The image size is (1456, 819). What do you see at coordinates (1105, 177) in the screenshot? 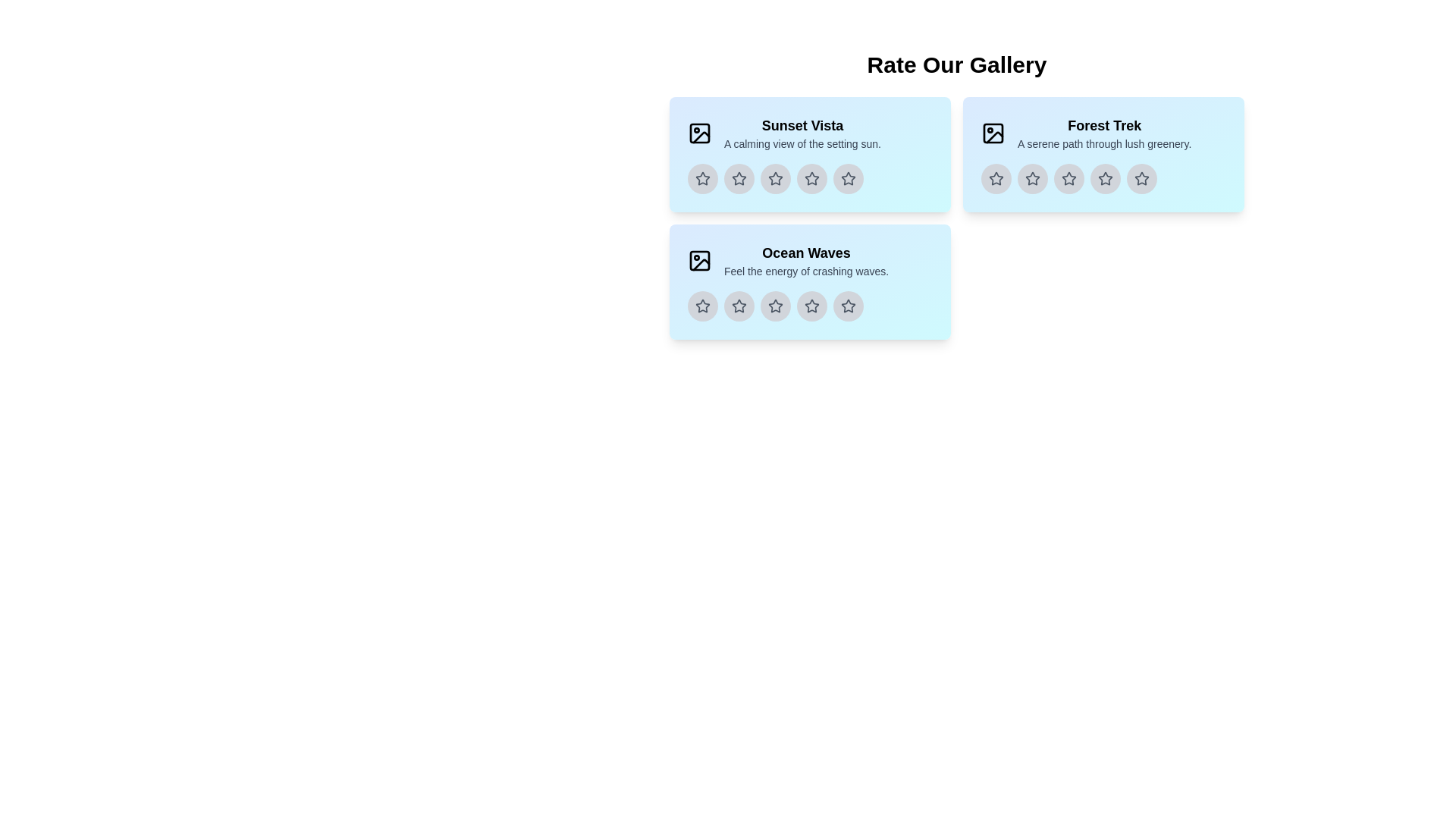
I see `the fourth star icon in the 'Forest Trek' rating section to set a four-star rating` at bounding box center [1105, 177].